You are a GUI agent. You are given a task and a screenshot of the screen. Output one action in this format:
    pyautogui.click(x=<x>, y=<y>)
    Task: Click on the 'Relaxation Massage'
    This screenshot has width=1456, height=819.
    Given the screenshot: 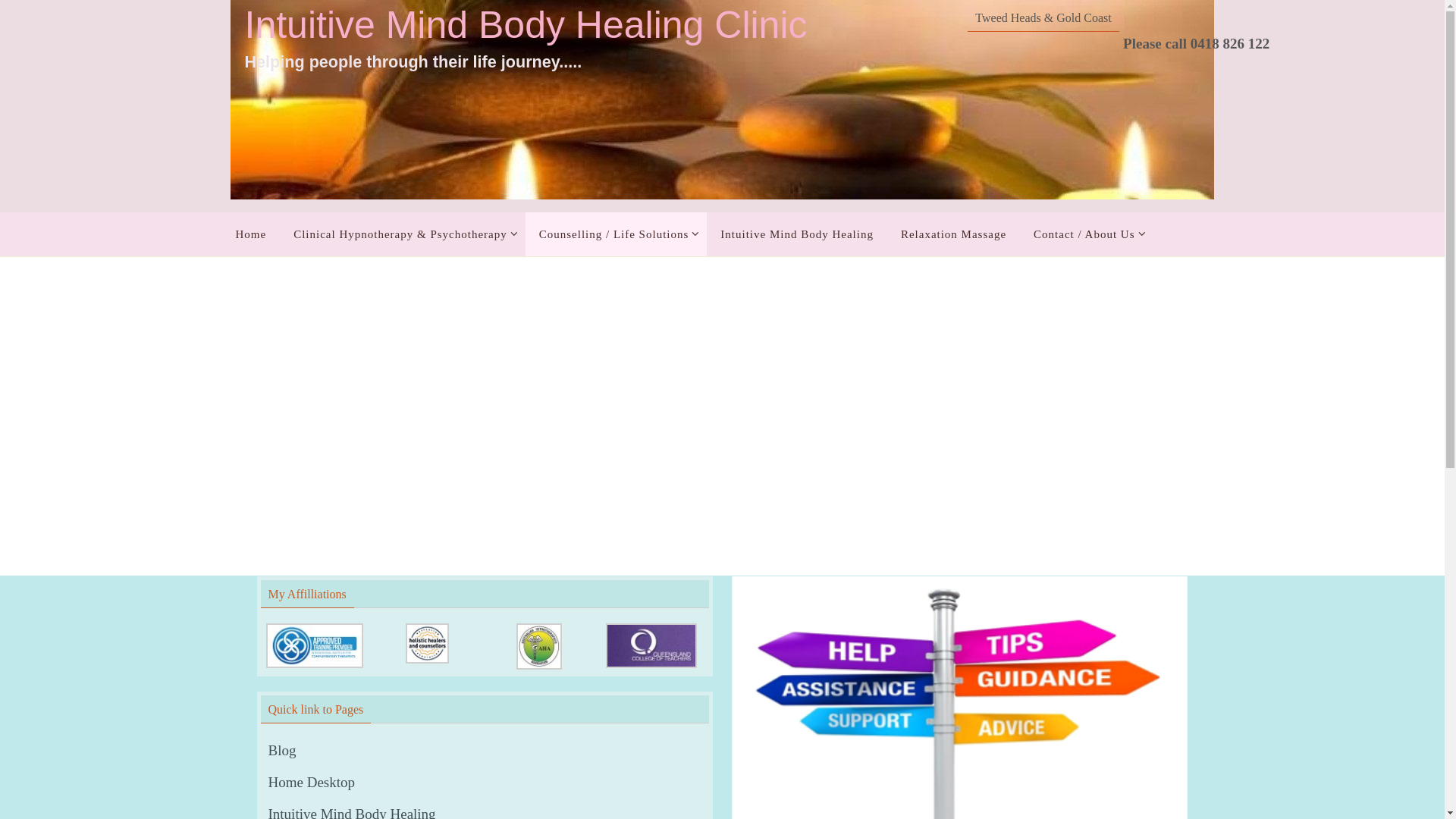 What is the action you would take?
    pyautogui.click(x=887, y=234)
    